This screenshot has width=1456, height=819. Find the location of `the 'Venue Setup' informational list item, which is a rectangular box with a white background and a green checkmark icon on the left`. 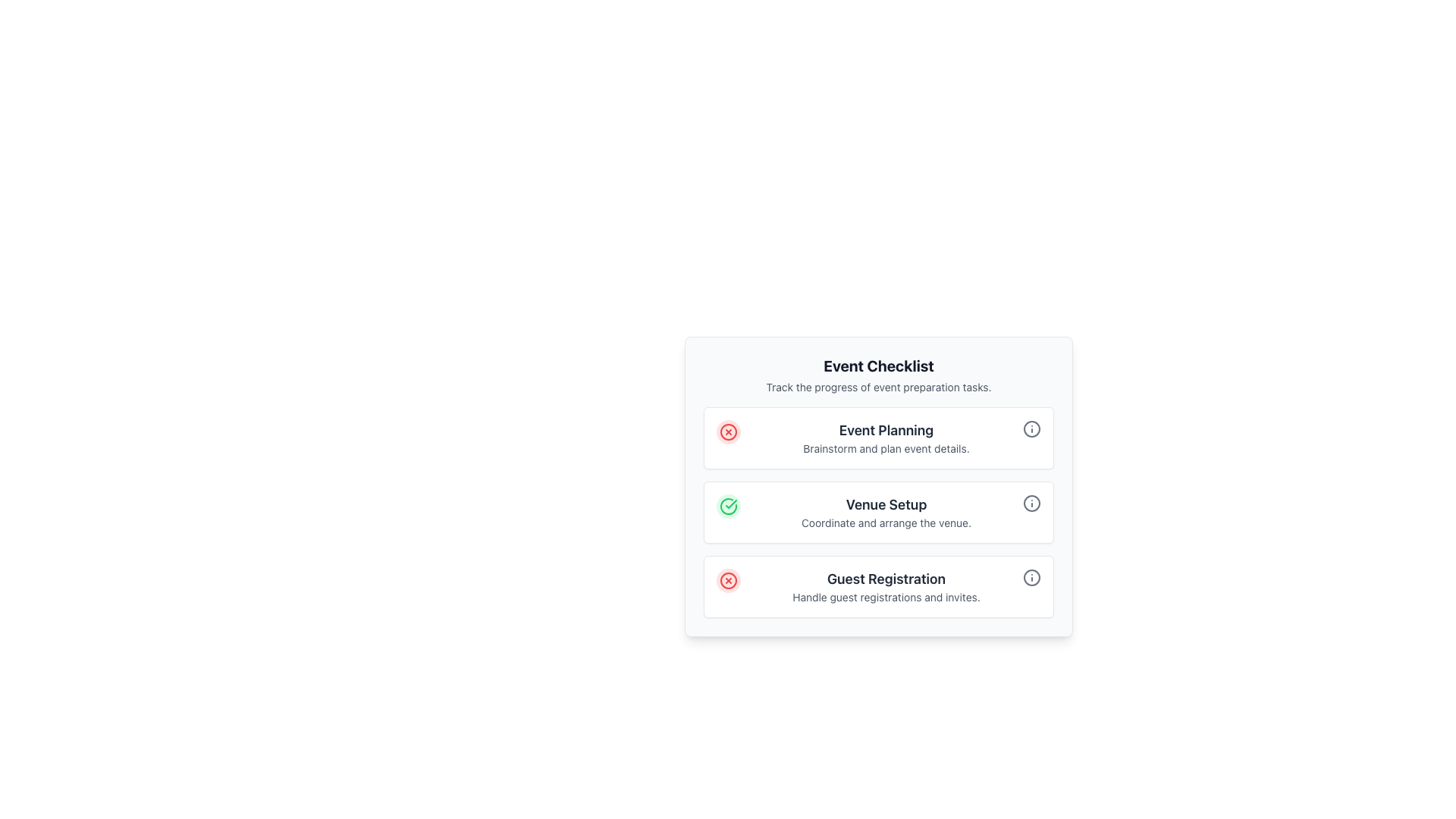

the 'Venue Setup' informational list item, which is a rectangular box with a white background and a green checkmark icon on the left is located at coordinates (878, 512).